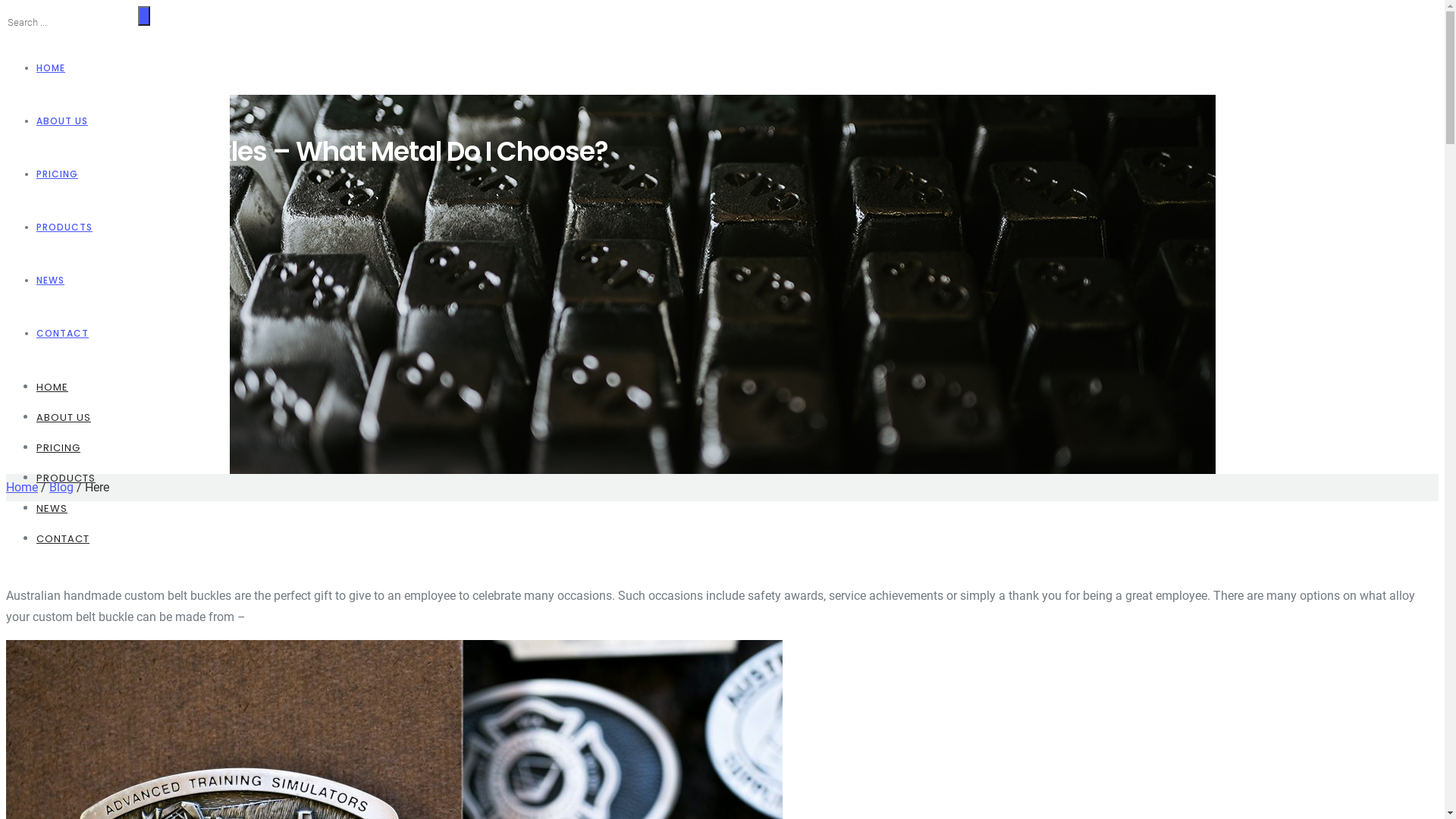  I want to click on 'NEWS', so click(52, 508).